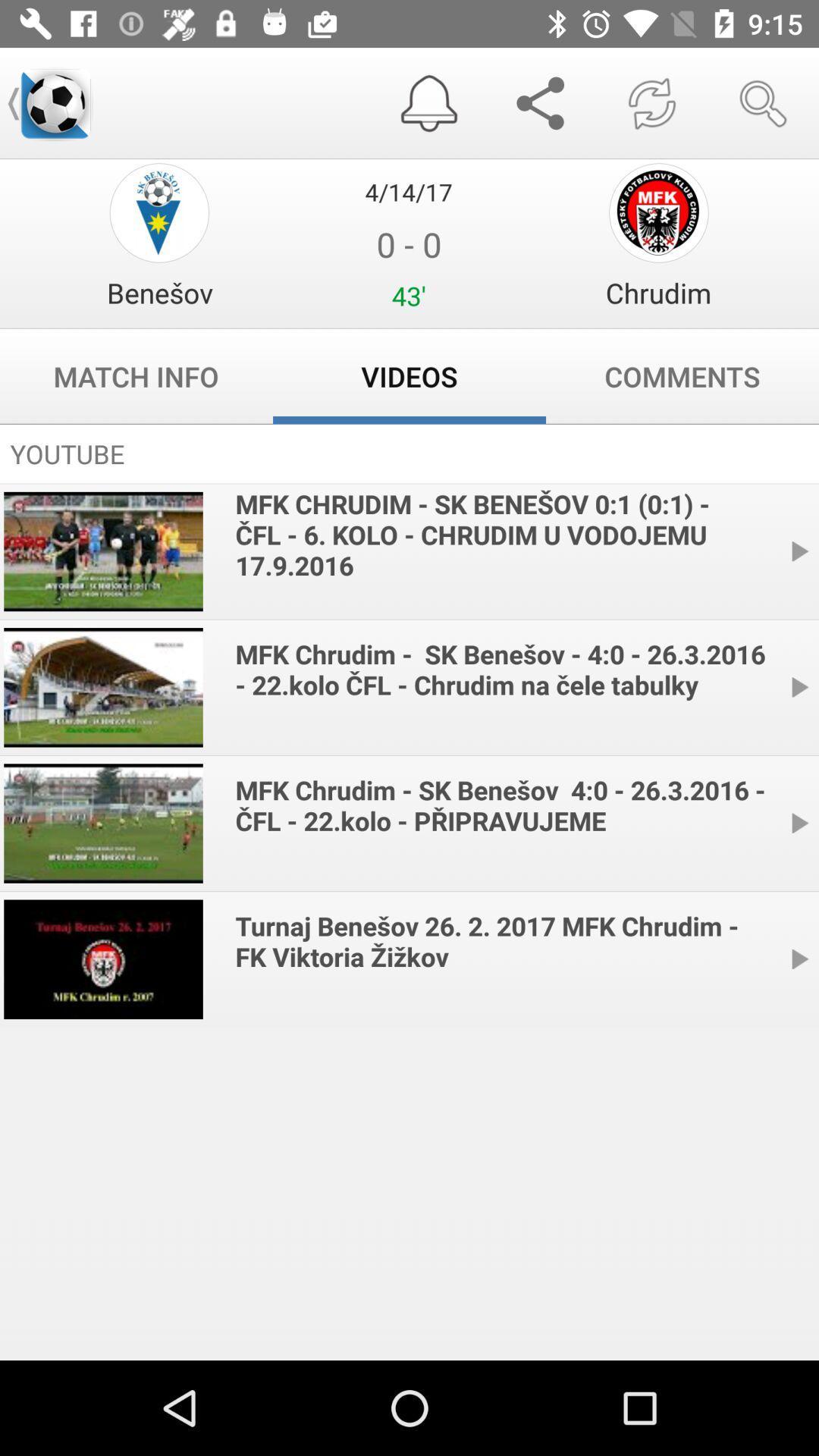 Image resolution: width=819 pixels, height=1456 pixels. What do you see at coordinates (408, 191) in the screenshot?
I see `4/14/17` at bounding box center [408, 191].